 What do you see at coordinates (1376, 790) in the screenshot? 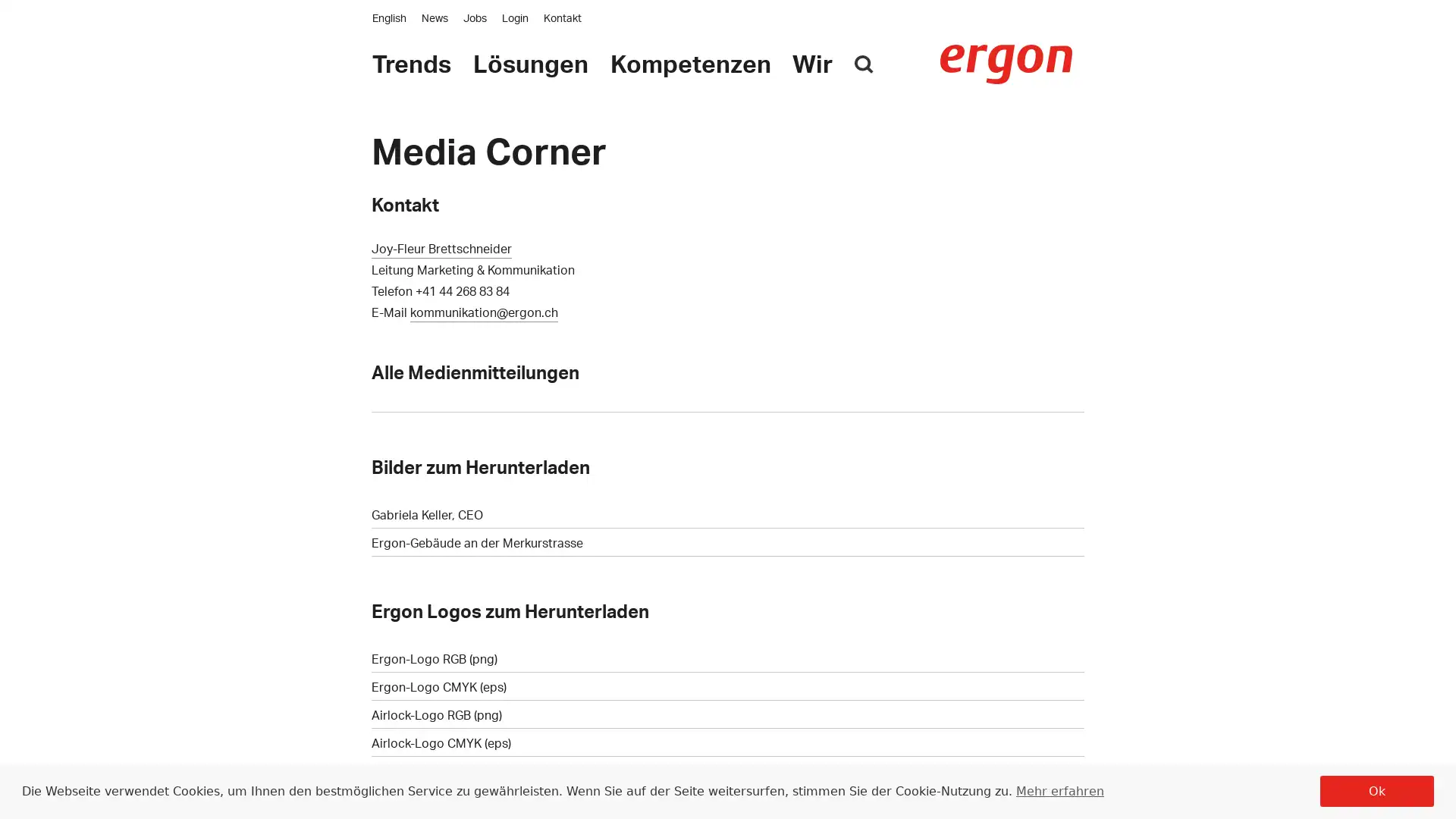
I see `dismiss cookie message` at bounding box center [1376, 790].